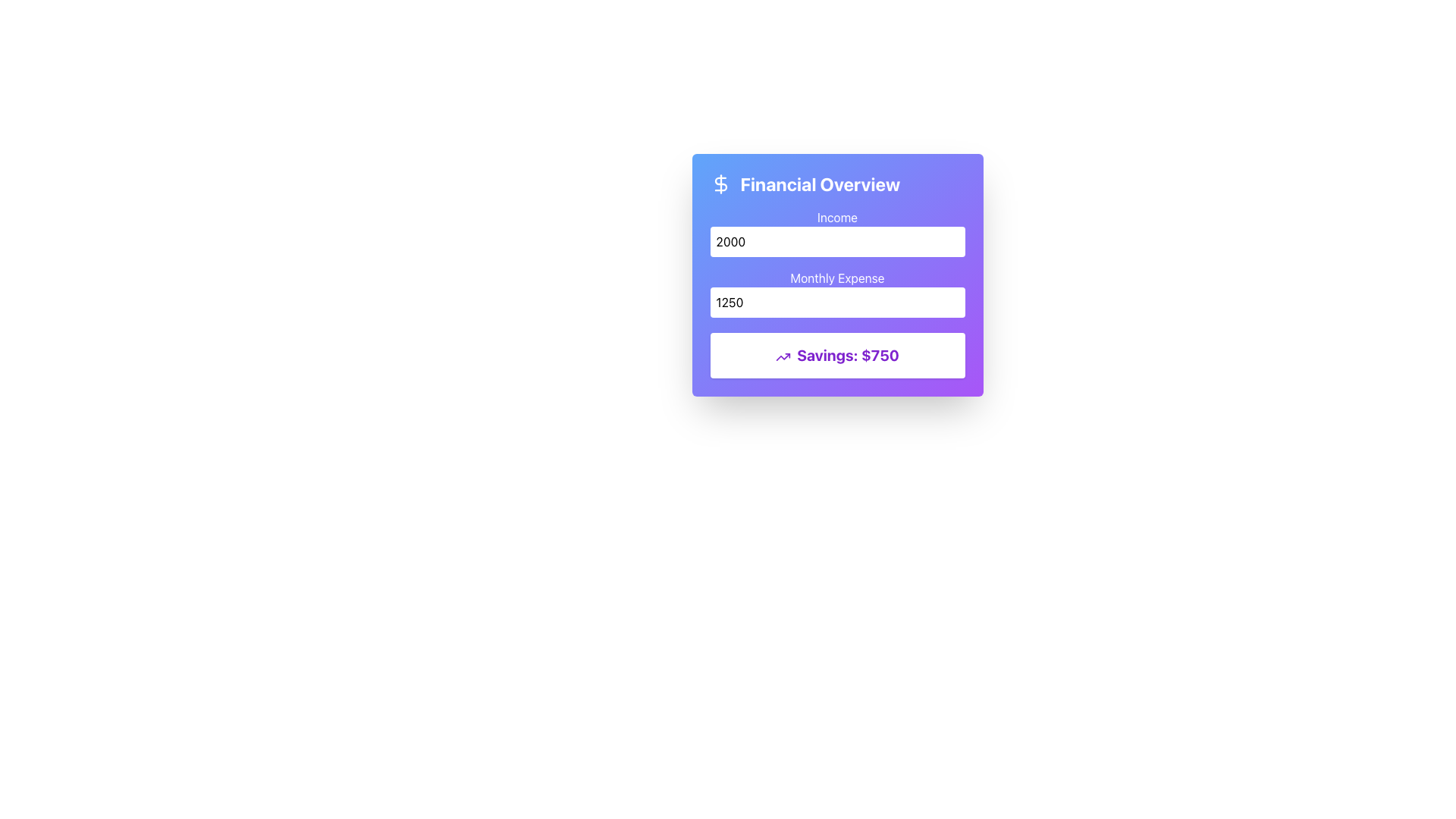 The width and height of the screenshot is (1456, 819). What do you see at coordinates (836, 293) in the screenshot?
I see `the 'Monthly Expense' labeled input field` at bounding box center [836, 293].